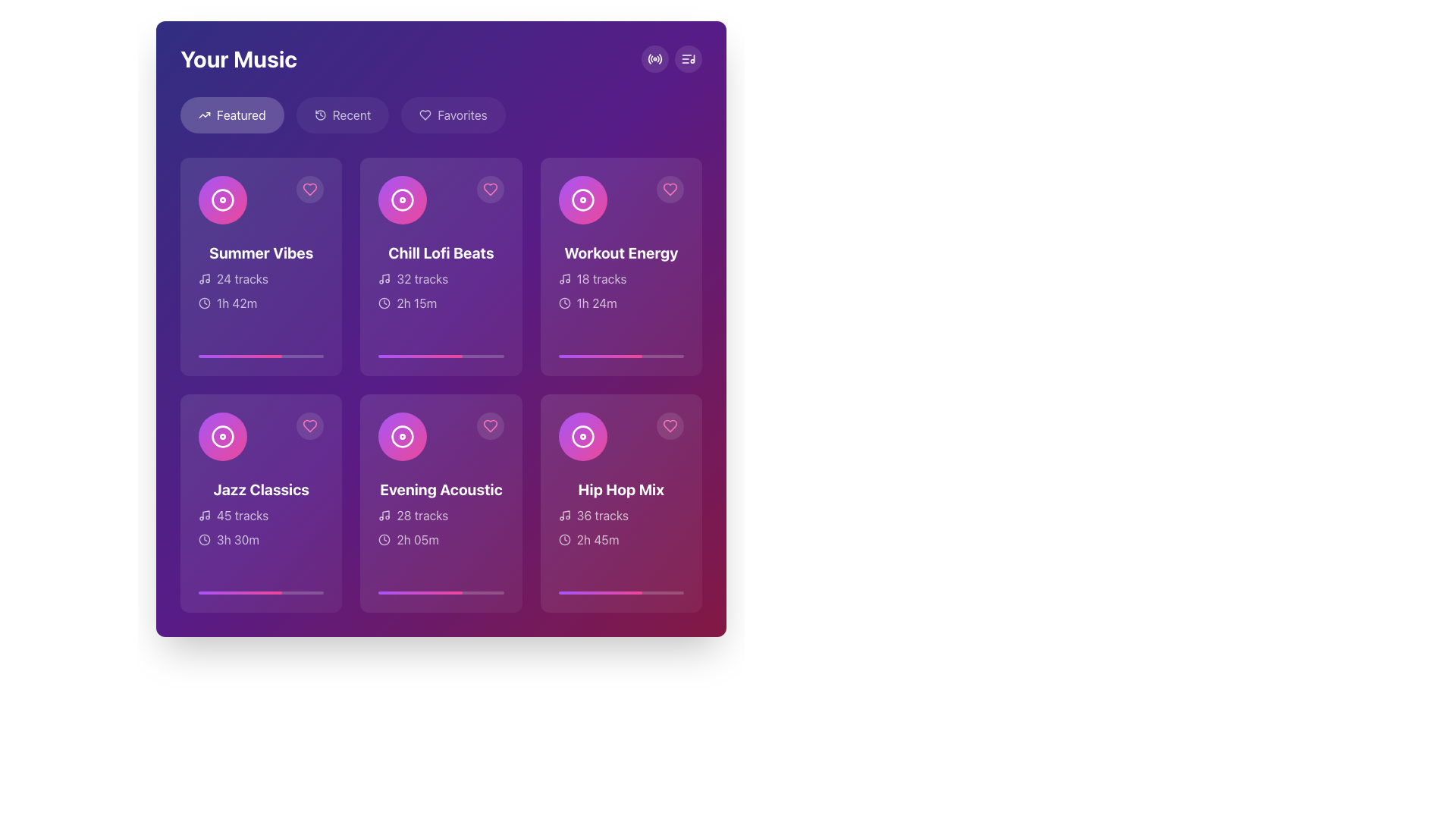  What do you see at coordinates (403, 436) in the screenshot?
I see `the graphical disc icon with a white stroke located in the center of the image card titled 'Evening Acoustic'` at bounding box center [403, 436].